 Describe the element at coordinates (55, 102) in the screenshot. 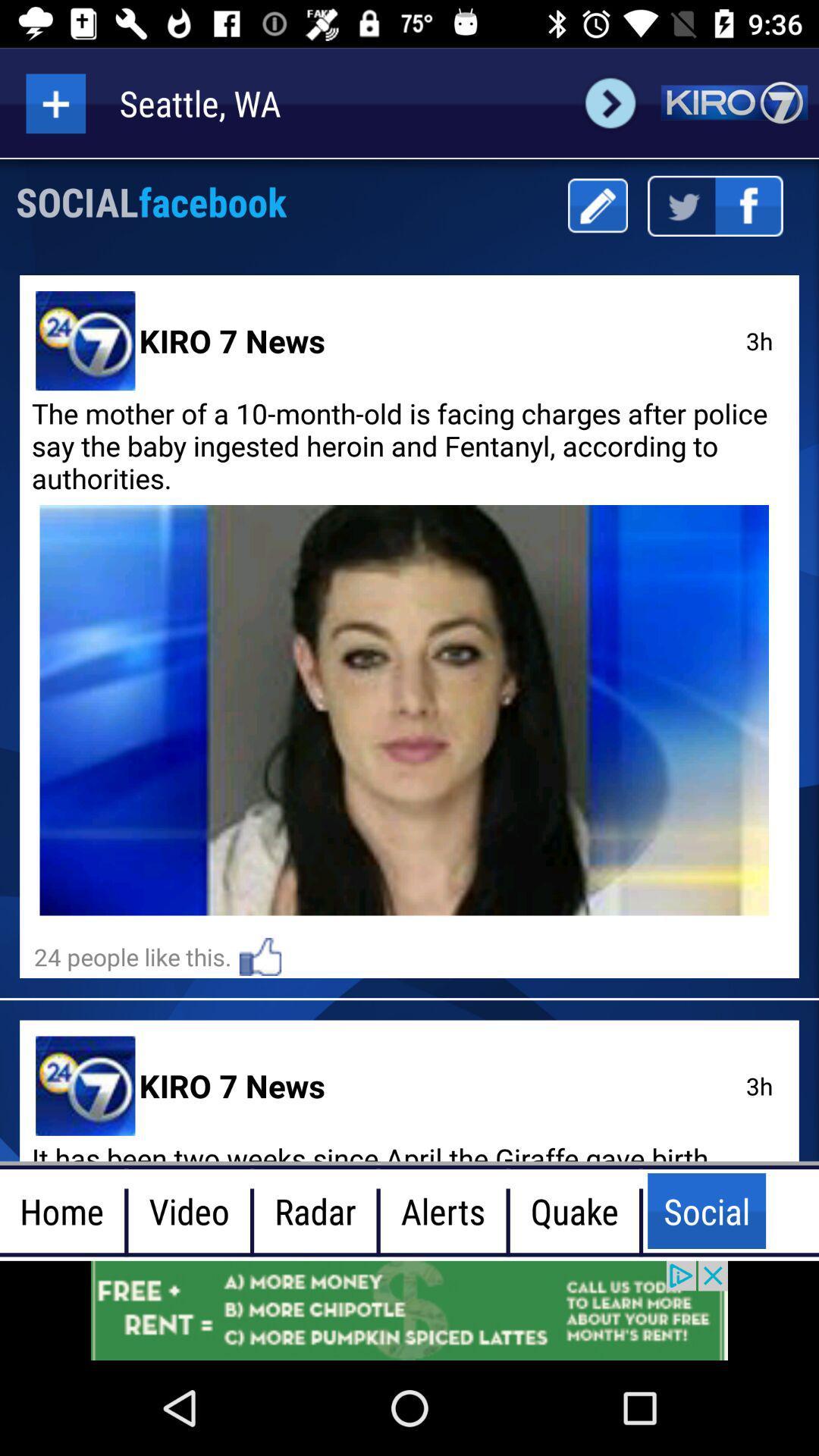

I see `to feed` at that location.